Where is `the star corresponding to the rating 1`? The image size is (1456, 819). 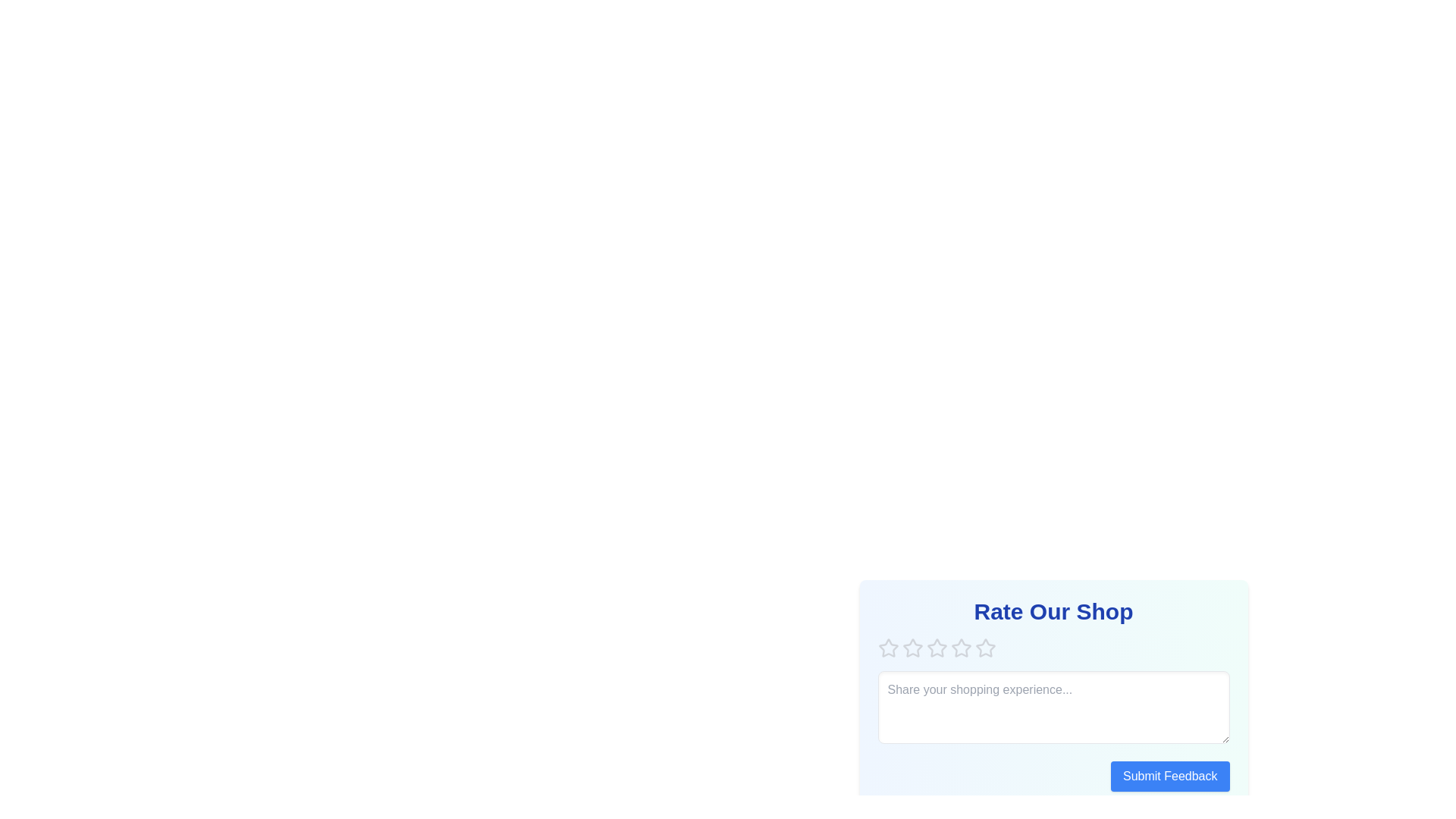
the star corresponding to the rating 1 is located at coordinates (888, 648).